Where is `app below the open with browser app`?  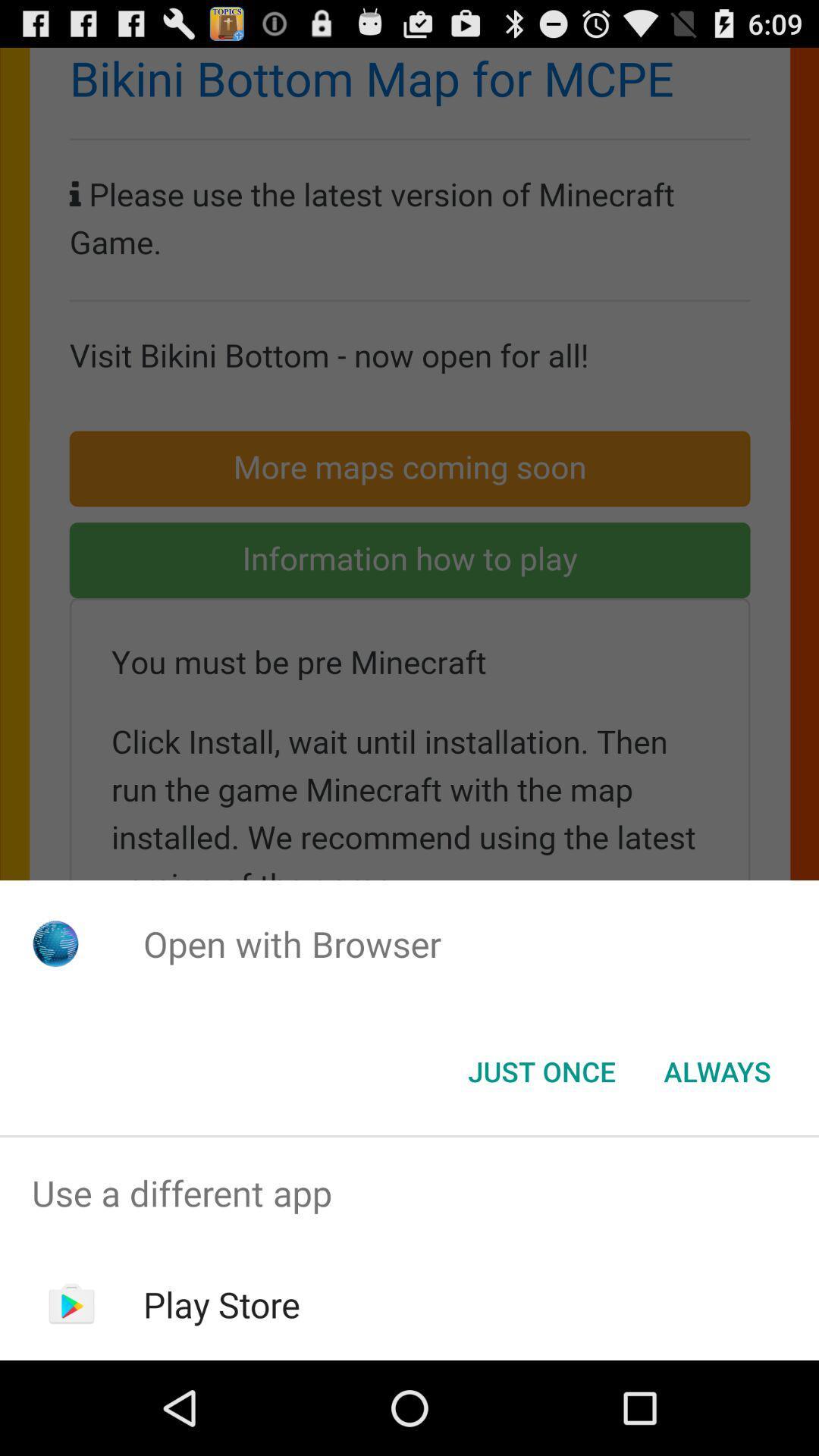
app below the open with browser app is located at coordinates (717, 1070).